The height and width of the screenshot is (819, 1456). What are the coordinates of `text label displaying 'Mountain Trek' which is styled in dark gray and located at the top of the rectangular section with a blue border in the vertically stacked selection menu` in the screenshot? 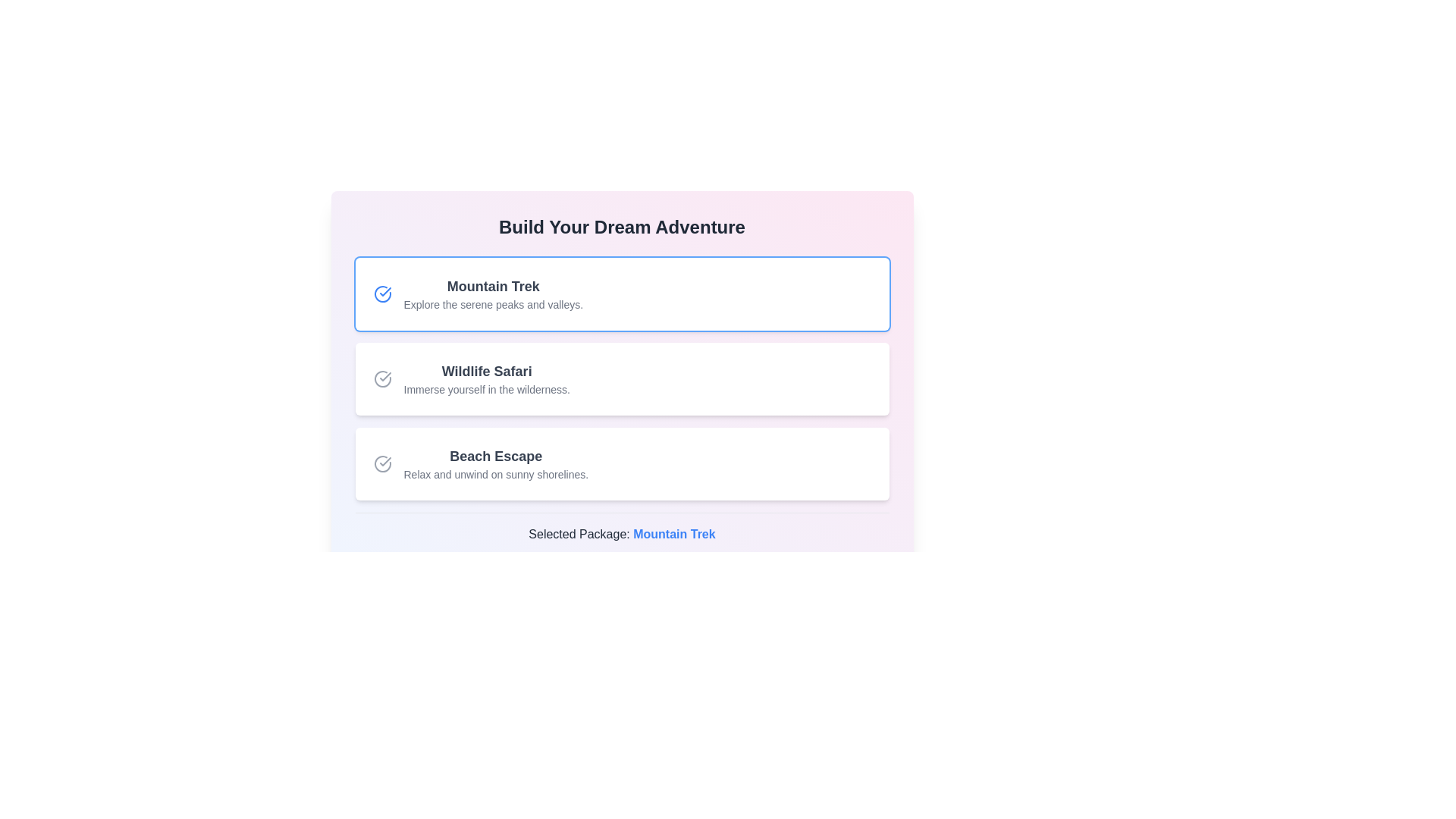 It's located at (493, 287).